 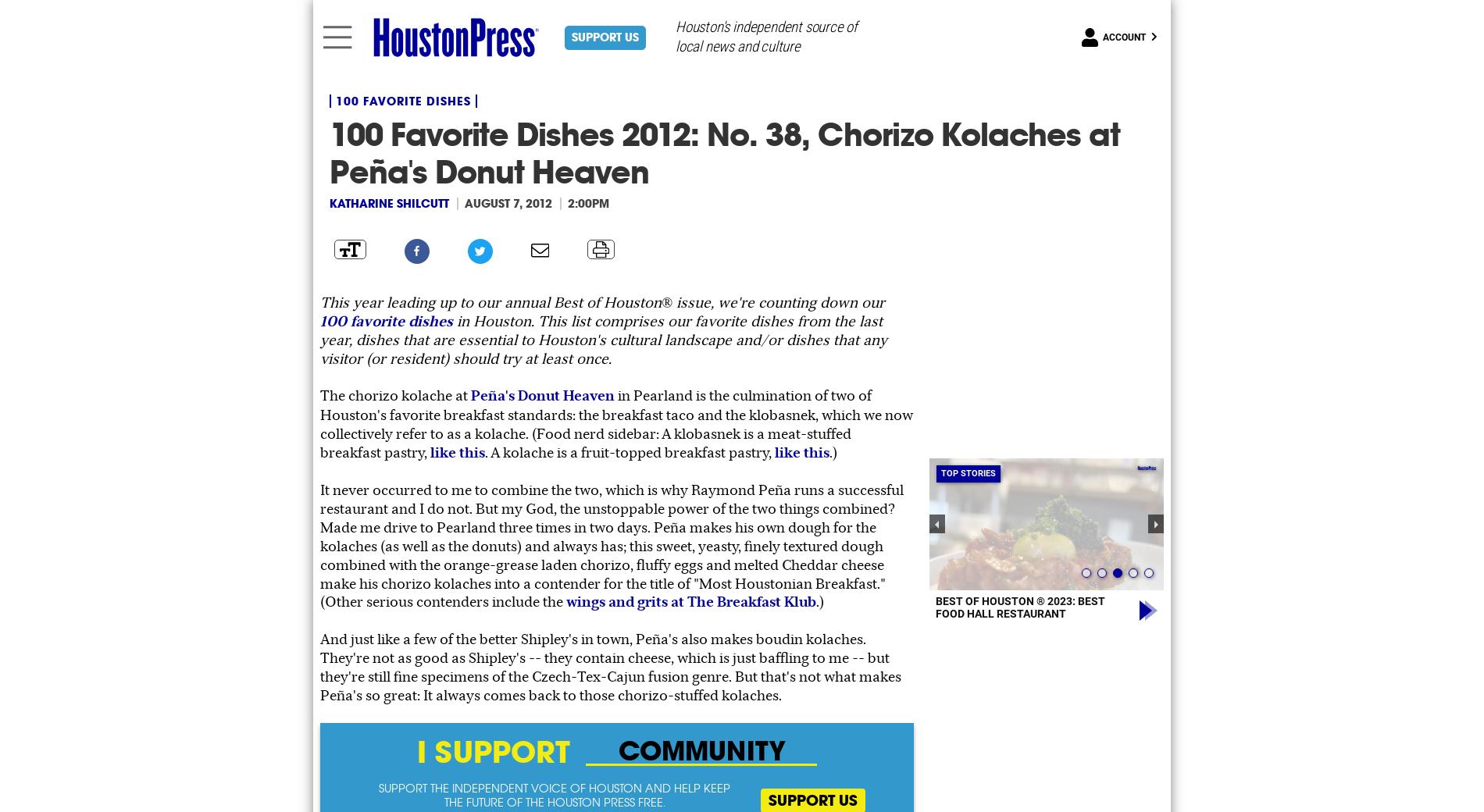 I want to click on 'Support the independent voice of Houston and 
help keep the future of the Houston Press free.', so click(x=379, y=794).